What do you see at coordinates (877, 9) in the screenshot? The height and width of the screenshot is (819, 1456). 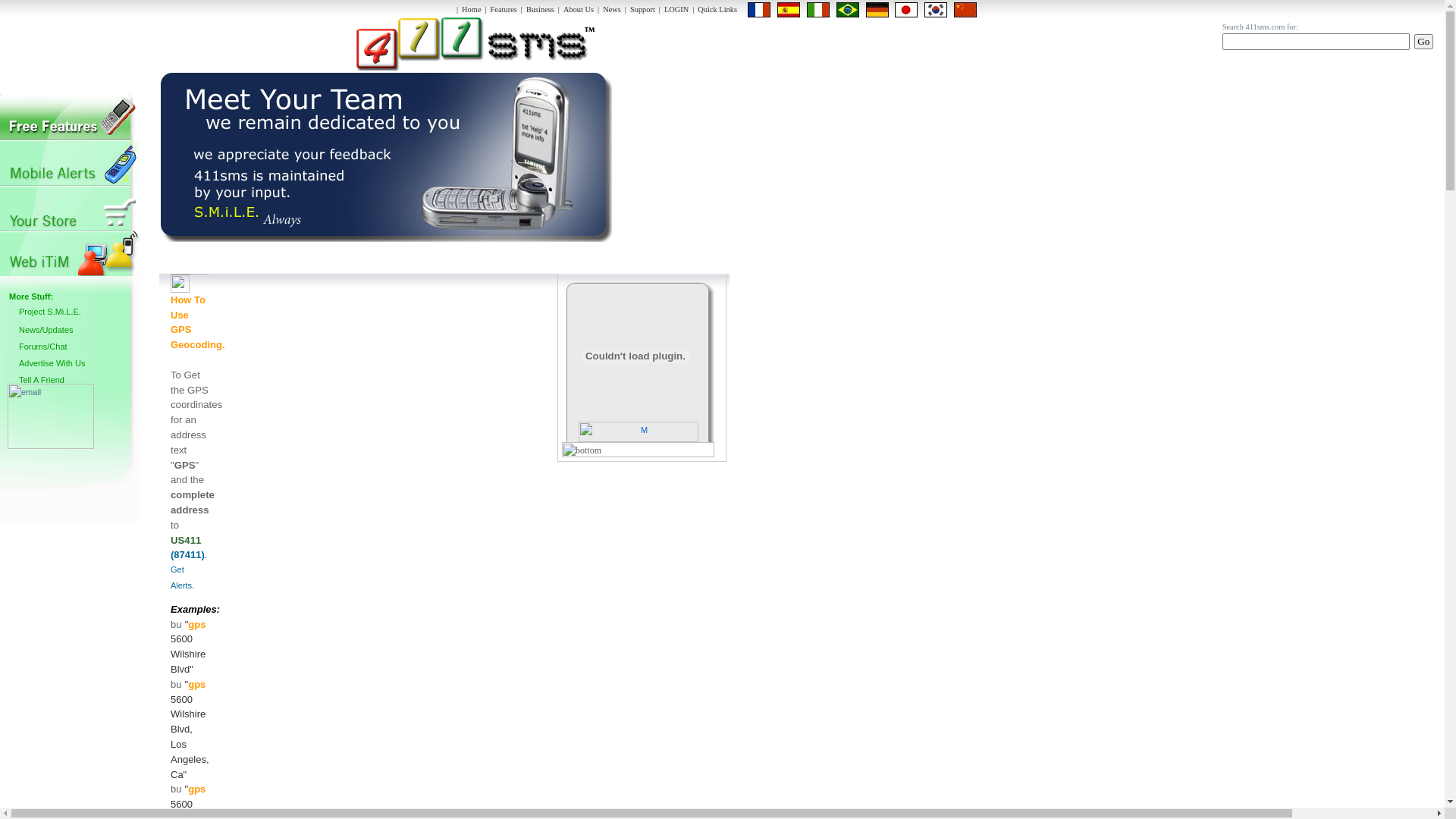 I see `'Deutsch/German'` at bounding box center [877, 9].